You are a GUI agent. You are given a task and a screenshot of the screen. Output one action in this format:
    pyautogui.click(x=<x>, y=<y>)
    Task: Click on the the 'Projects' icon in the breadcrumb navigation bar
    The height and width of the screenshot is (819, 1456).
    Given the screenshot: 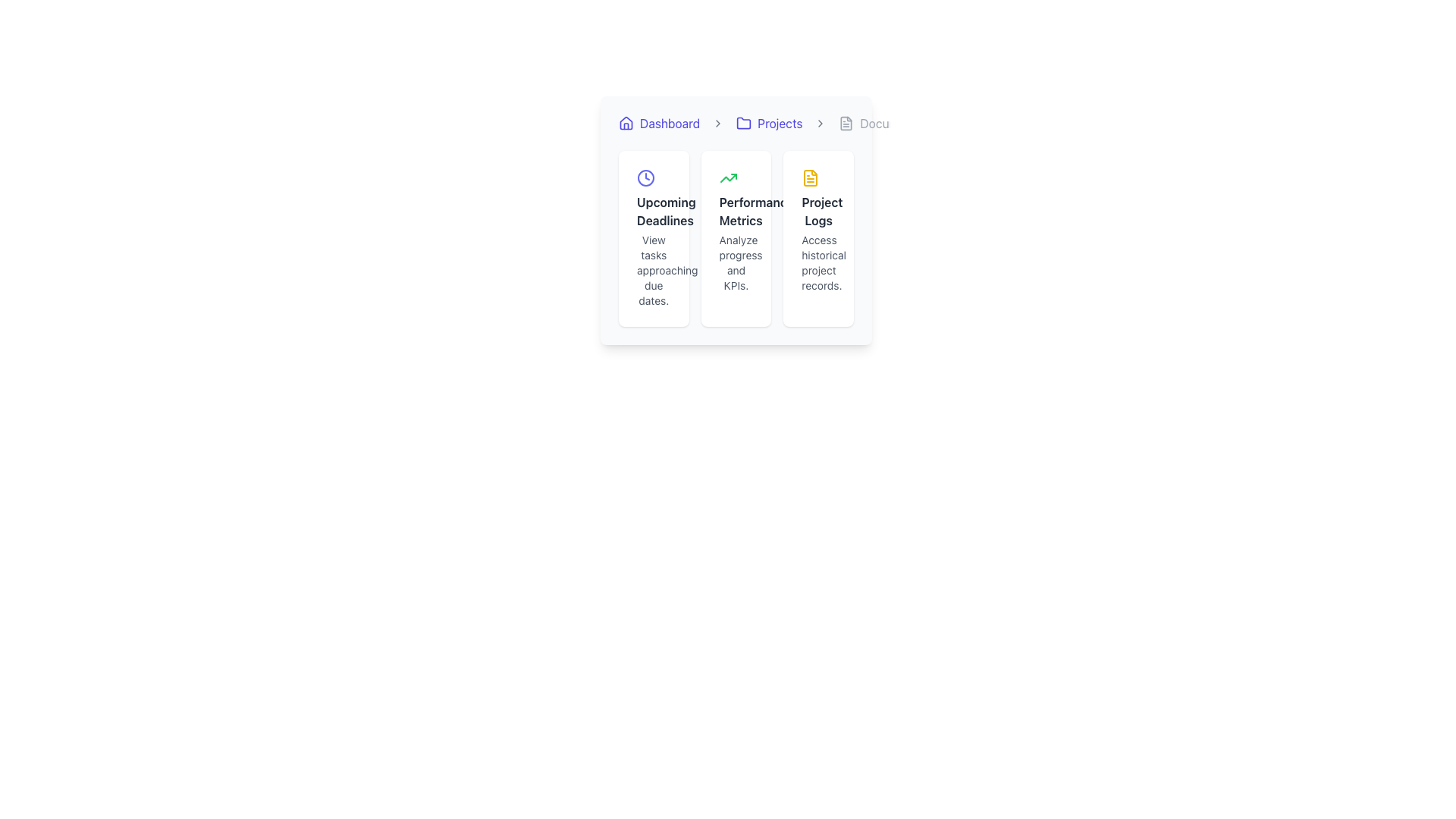 What is the action you would take?
    pyautogui.click(x=744, y=122)
    